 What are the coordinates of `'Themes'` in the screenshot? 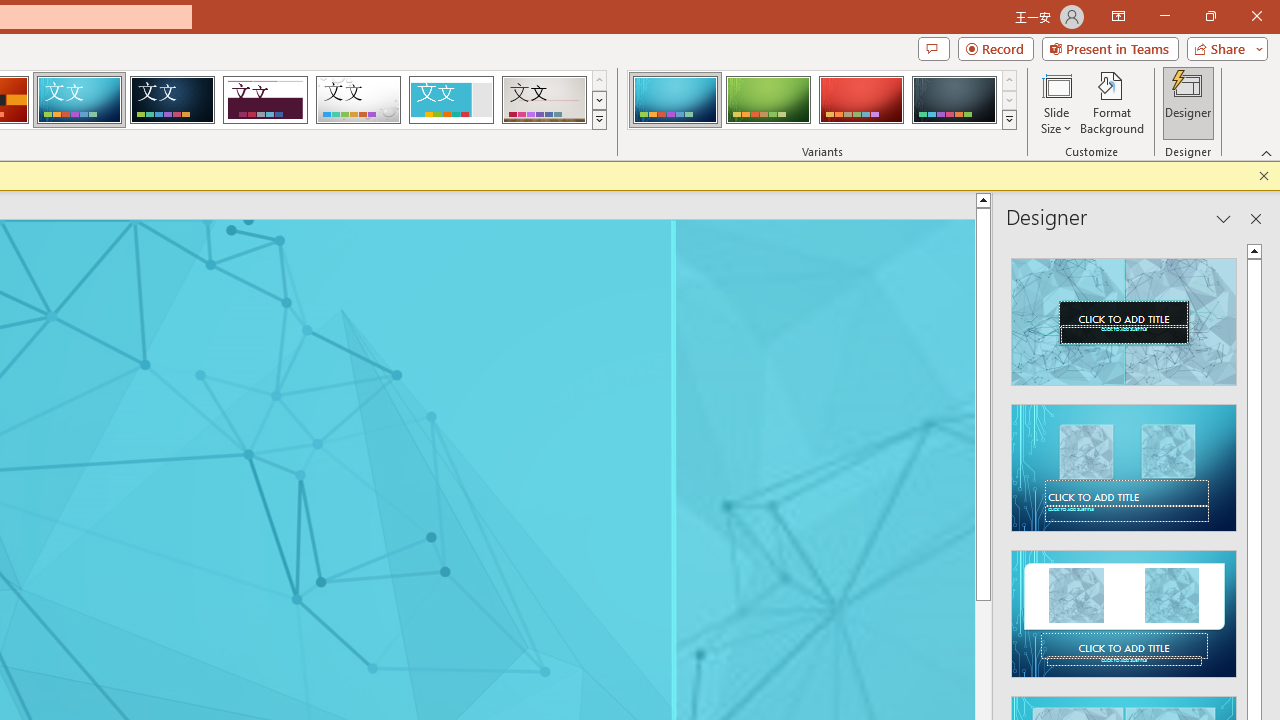 It's located at (598, 120).